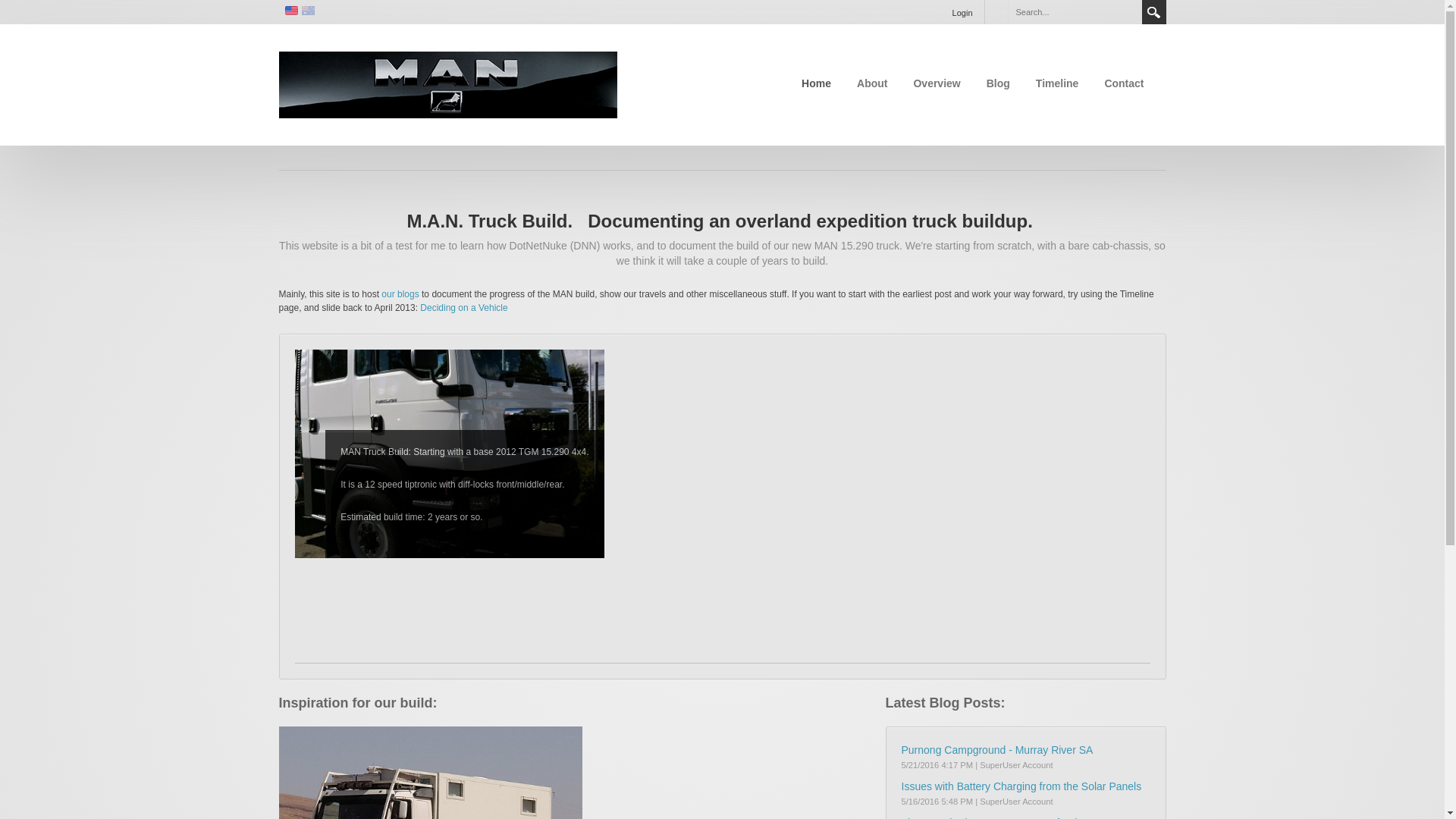 Image resolution: width=1456 pixels, height=819 pixels. I want to click on 'Clear search text', so click(1127, 11).